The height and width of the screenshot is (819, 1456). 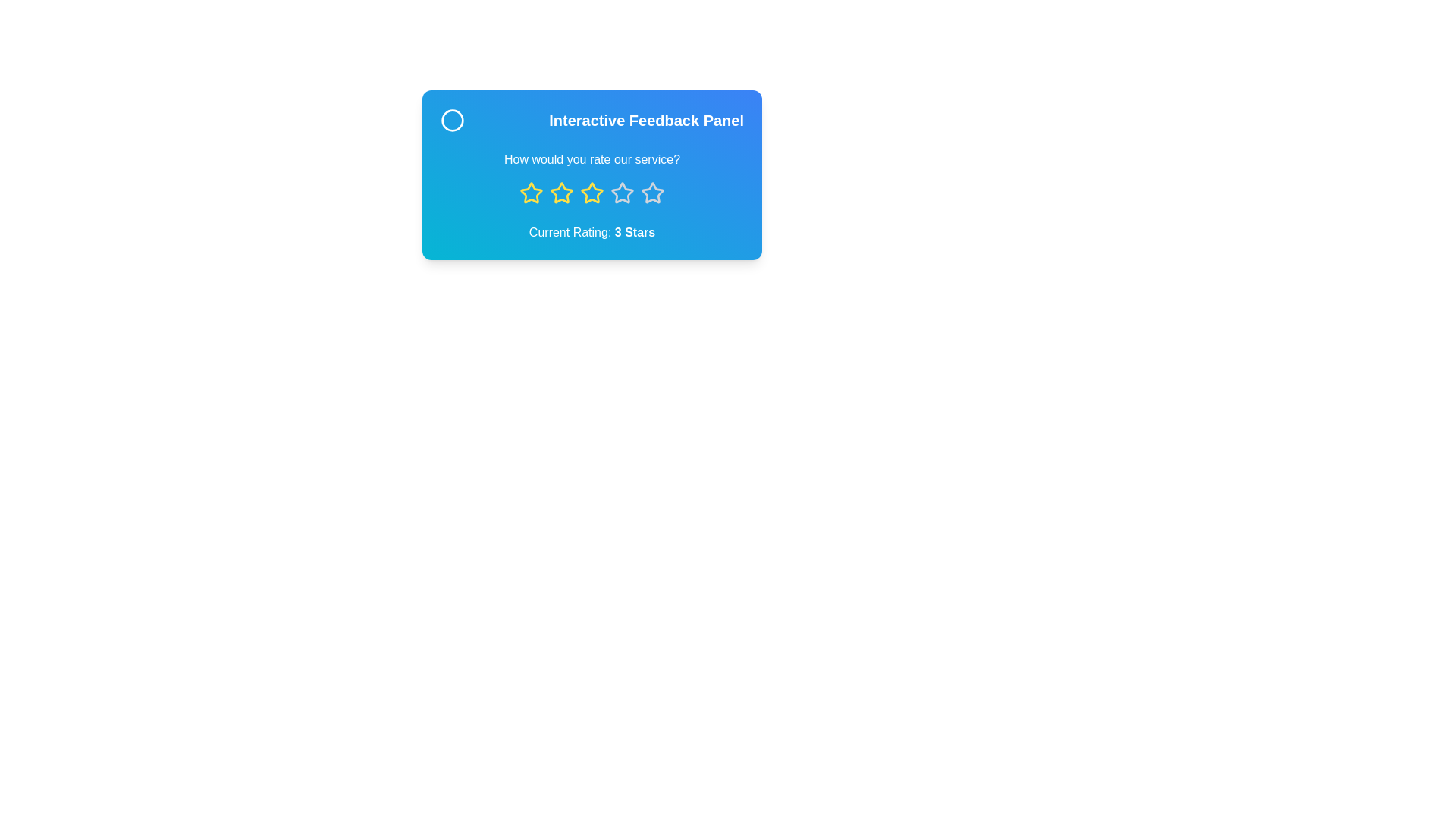 I want to click on the first star icon in the rating system, so click(x=531, y=192).